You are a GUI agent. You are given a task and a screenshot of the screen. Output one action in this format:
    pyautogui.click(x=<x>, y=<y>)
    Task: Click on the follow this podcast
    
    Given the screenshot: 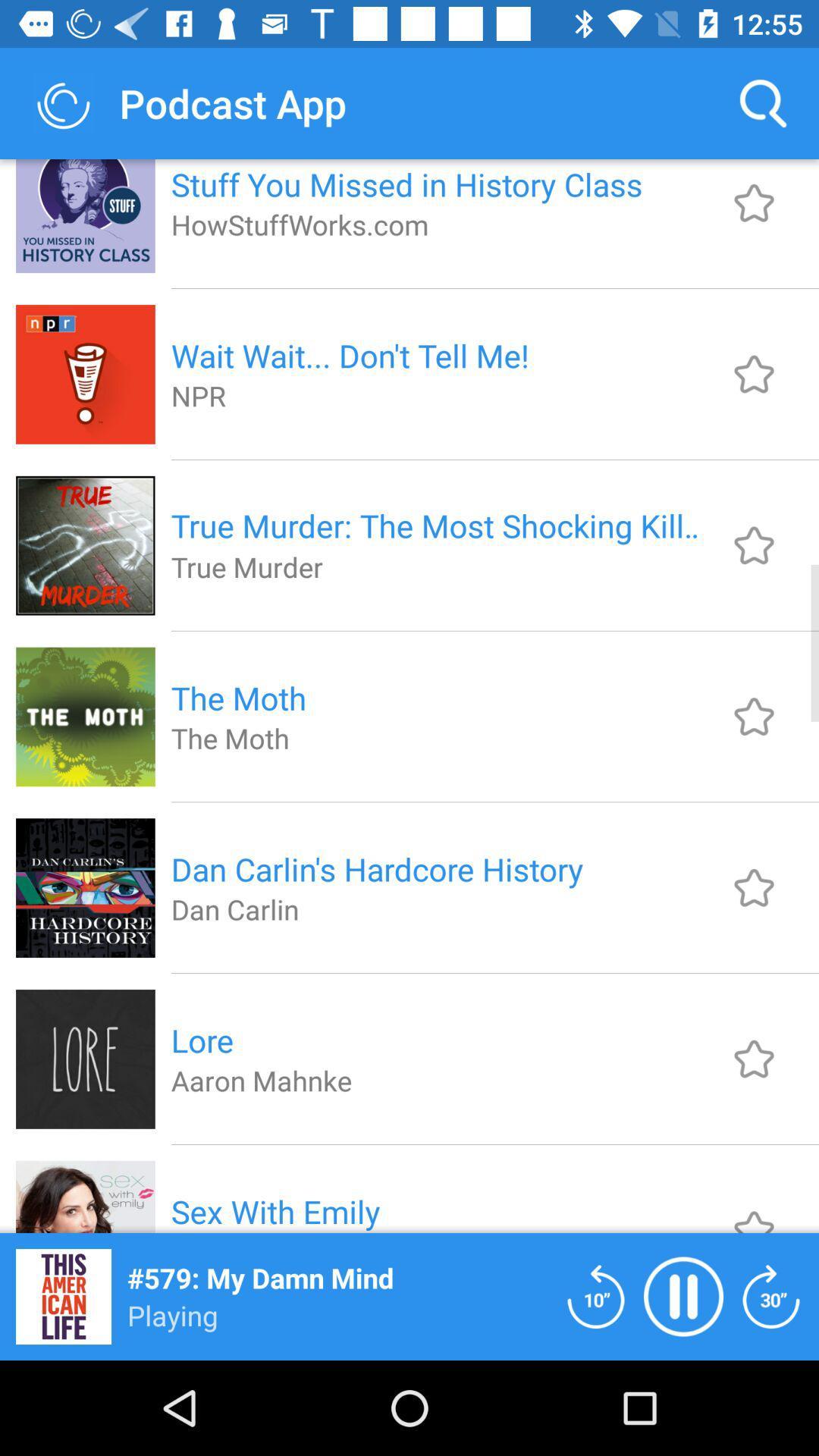 What is the action you would take?
    pyautogui.click(x=754, y=1058)
    